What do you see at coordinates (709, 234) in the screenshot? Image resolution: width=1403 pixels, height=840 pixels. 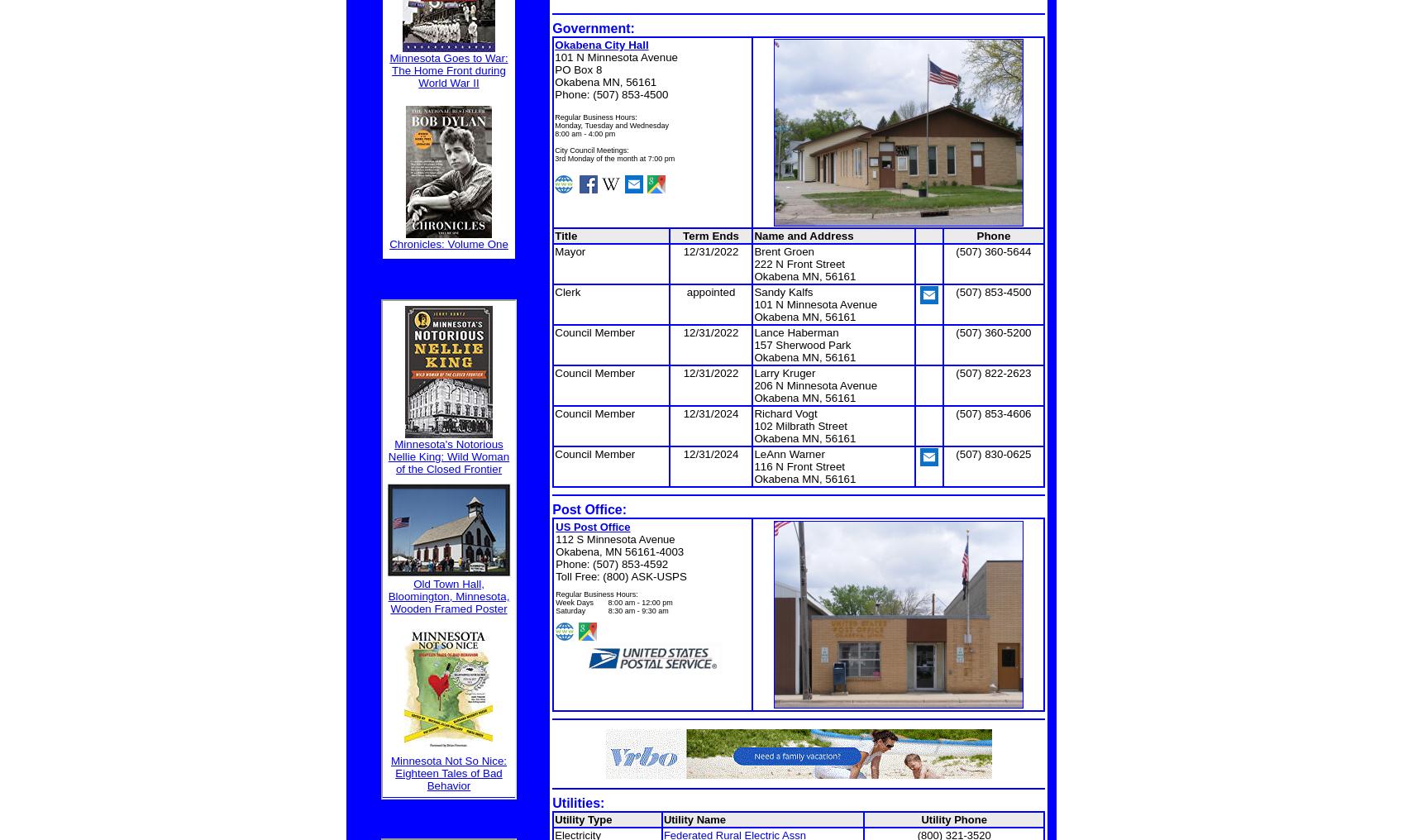 I see `'Term Ends'` at bounding box center [709, 234].